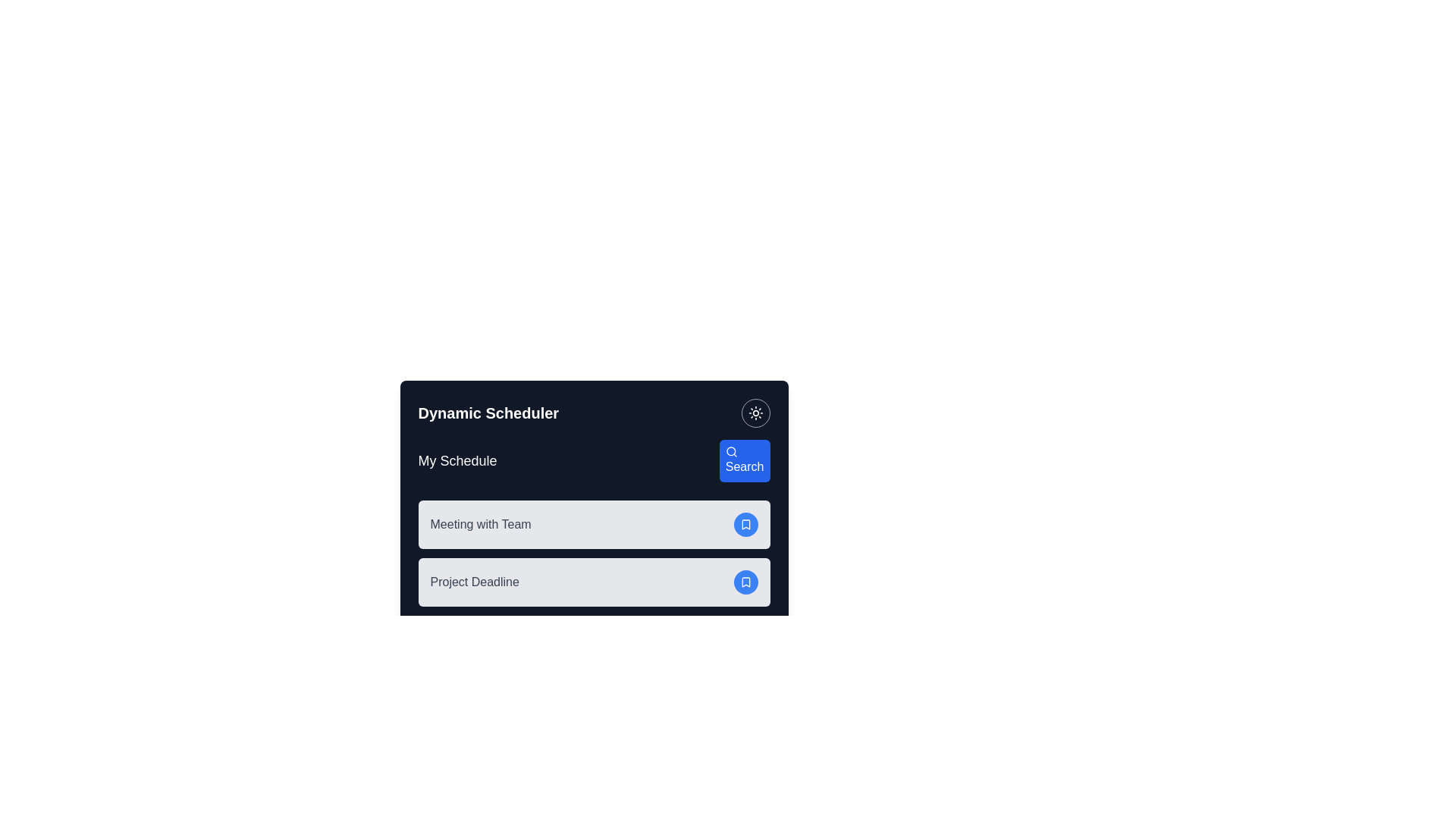  Describe the element at coordinates (745, 523) in the screenshot. I see `the blue-shaded bookmark icon located to the right of the 'Project Deadline' text in the second schedule entry` at that location.